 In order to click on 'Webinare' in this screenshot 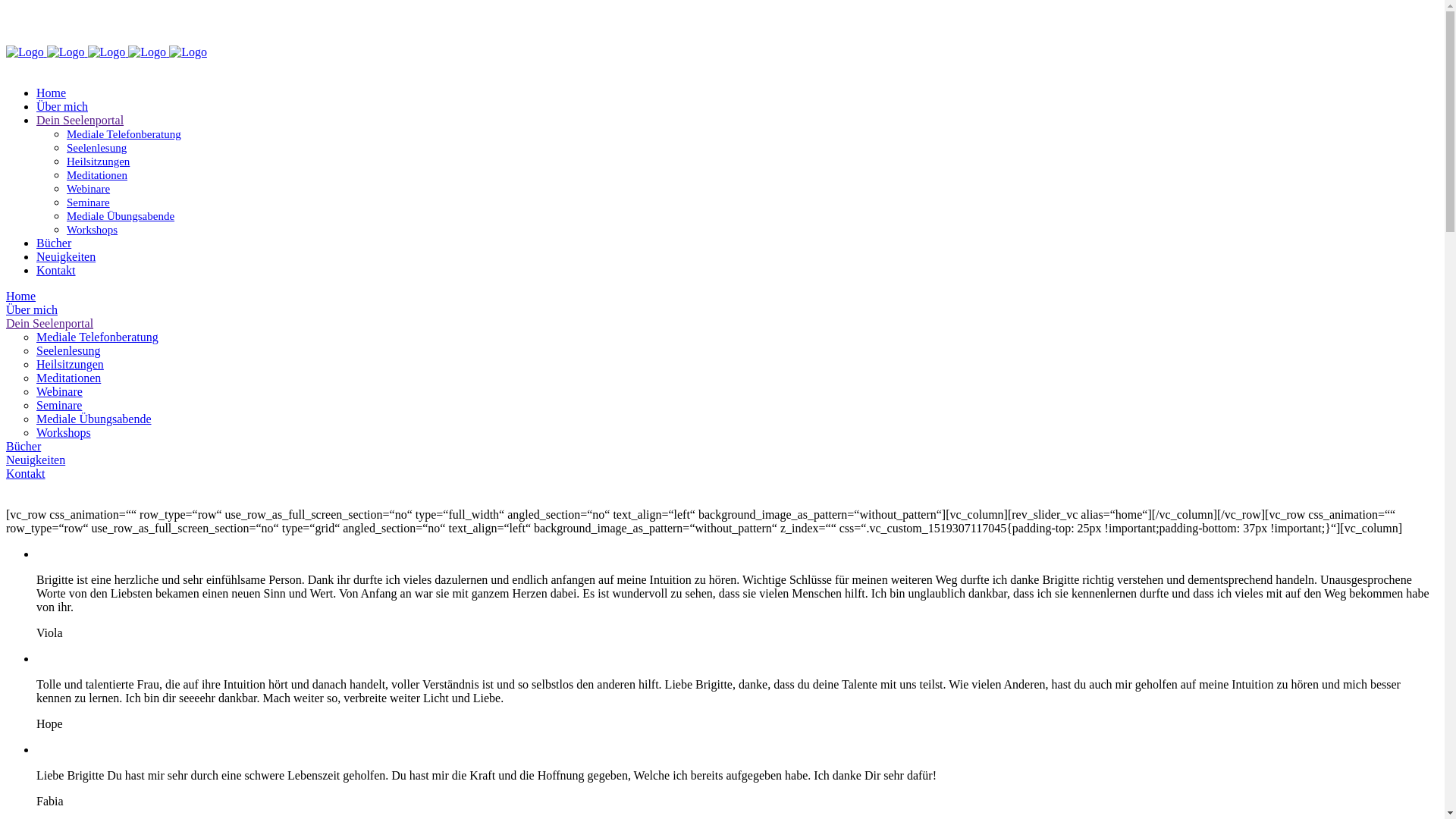, I will do `click(59, 391)`.